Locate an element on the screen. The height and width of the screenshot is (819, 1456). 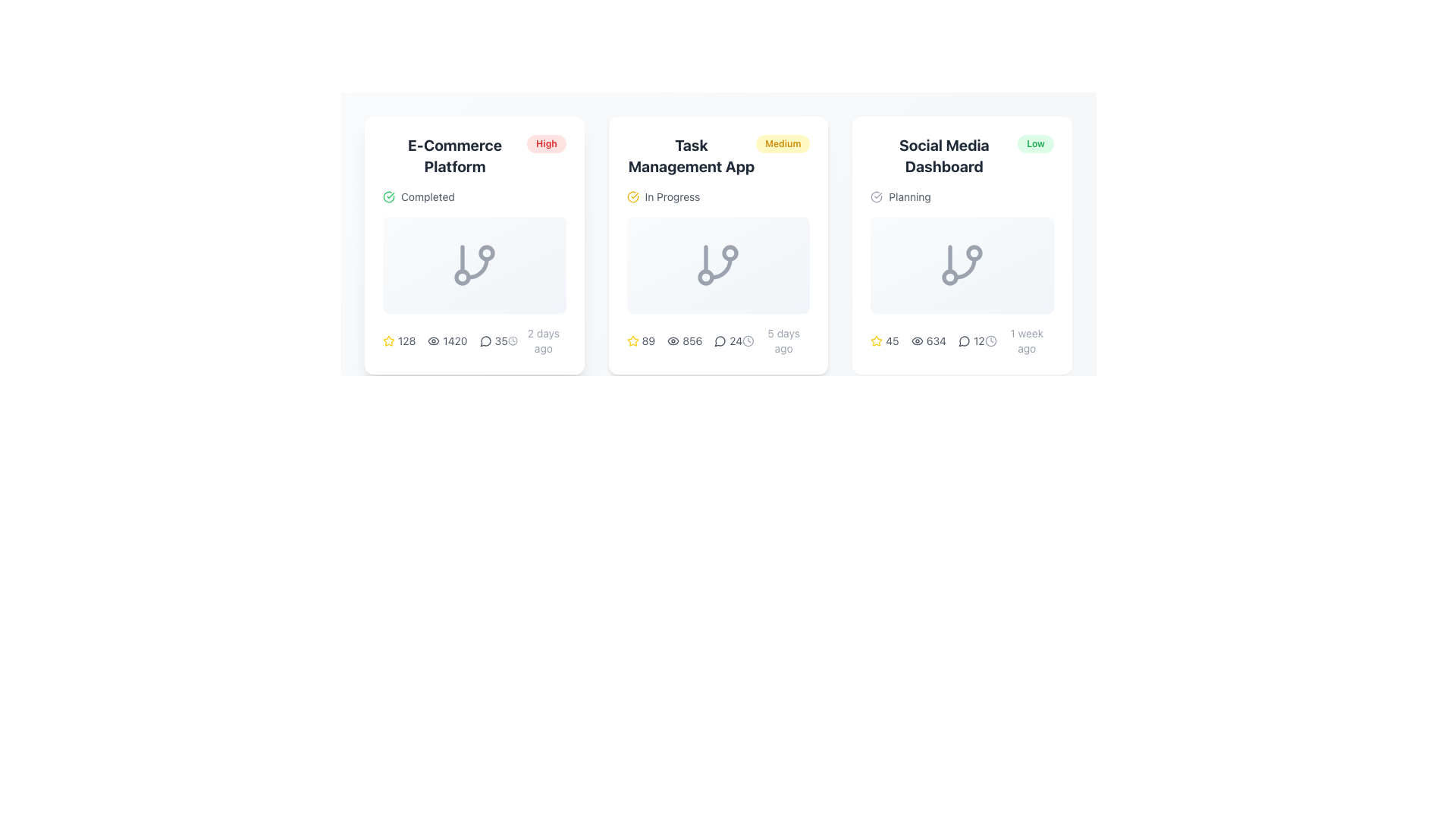
the comment or message counter text label located at the bottom section of the first card, following the eye icon and preceding the text time marker is located at coordinates (494, 341).